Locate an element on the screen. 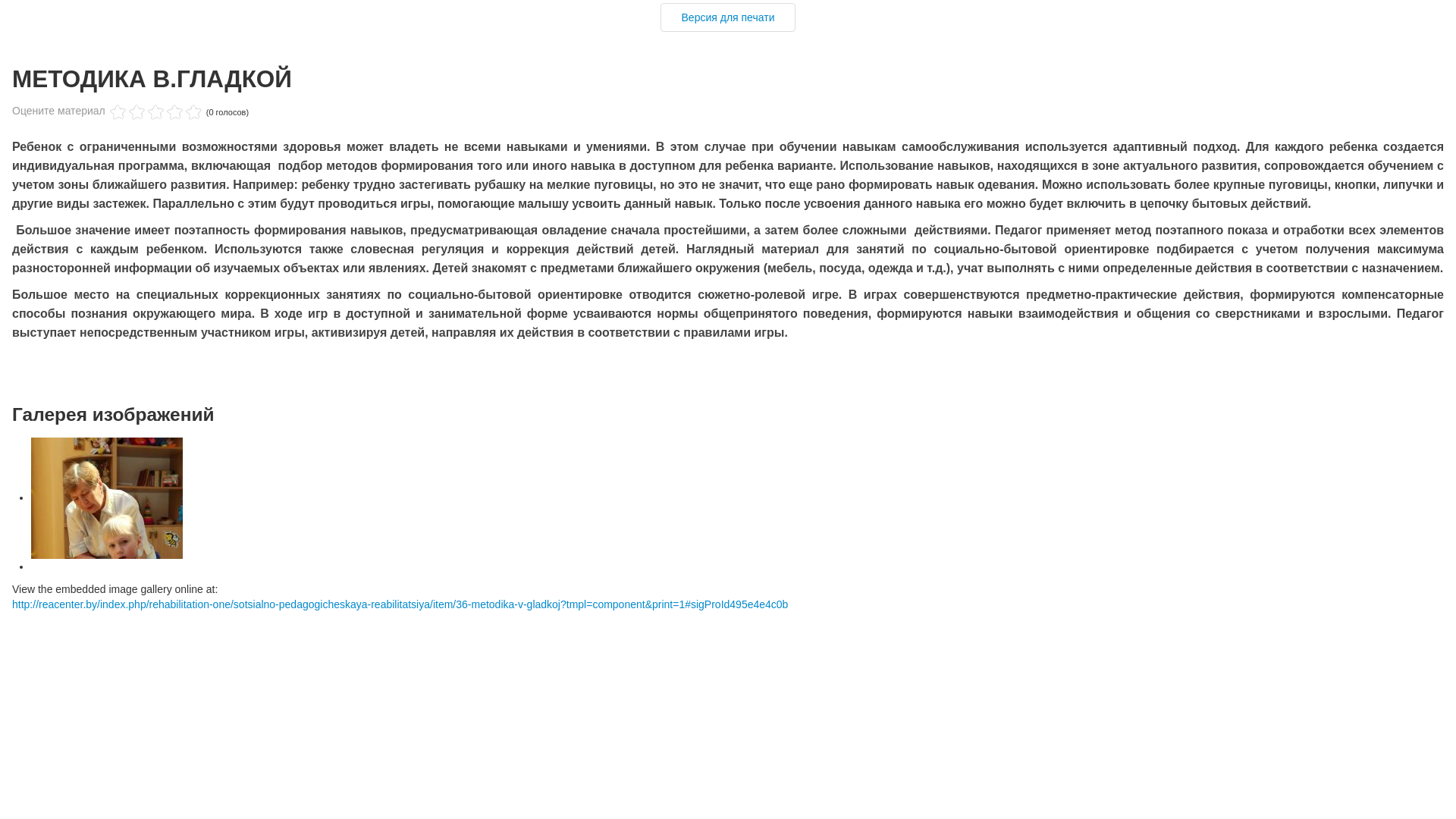 The height and width of the screenshot is (819, 1456). '5' is located at coordinates (155, 111).